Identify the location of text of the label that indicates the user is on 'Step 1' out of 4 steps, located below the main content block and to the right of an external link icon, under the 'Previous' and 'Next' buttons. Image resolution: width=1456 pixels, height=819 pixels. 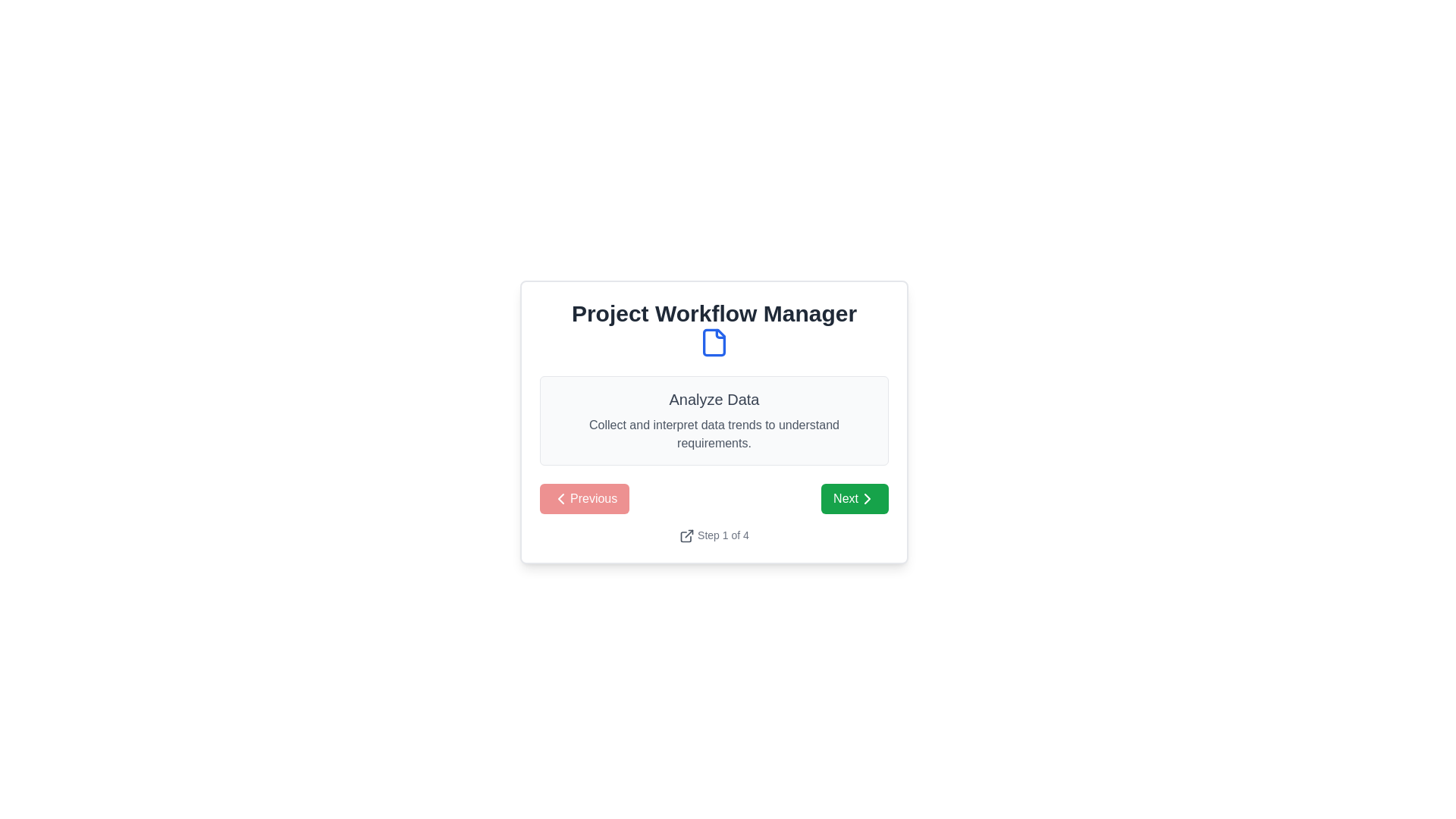
(723, 534).